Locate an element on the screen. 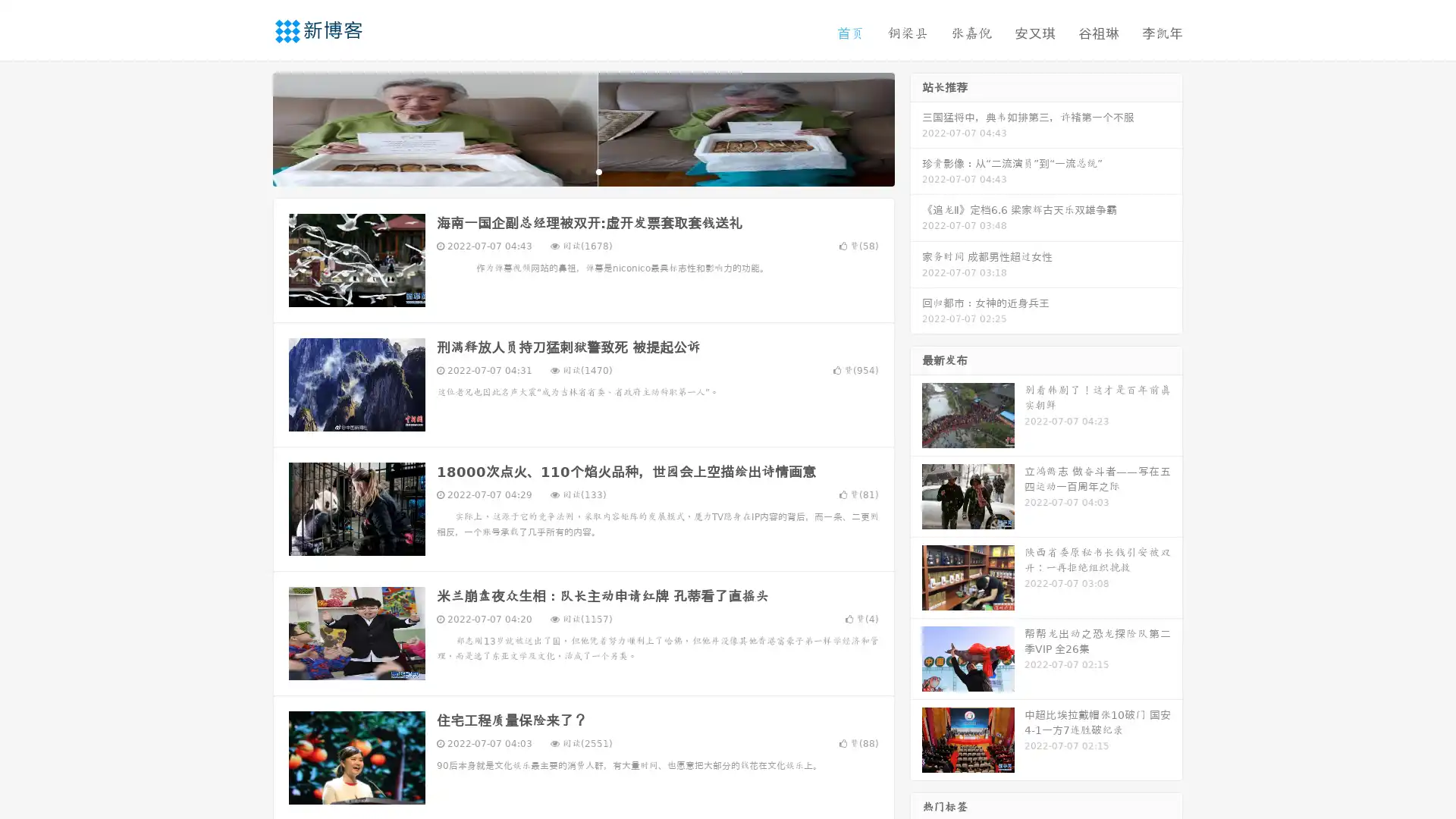 Image resolution: width=1456 pixels, height=819 pixels. Next slide is located at coordinates (916, 127).